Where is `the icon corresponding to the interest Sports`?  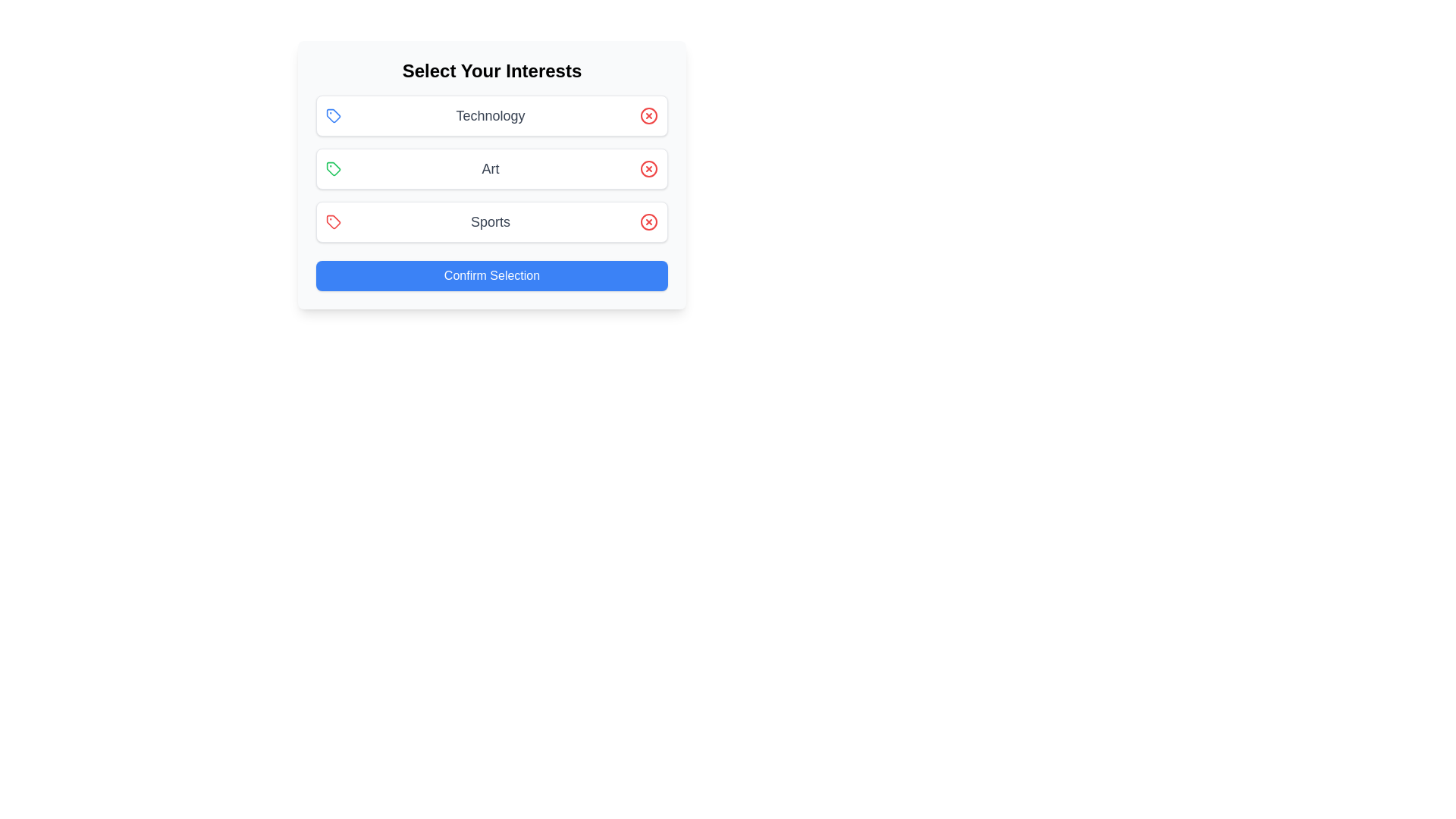
the icon corresponding to the interest Sports is located at coordinates (333, 222).